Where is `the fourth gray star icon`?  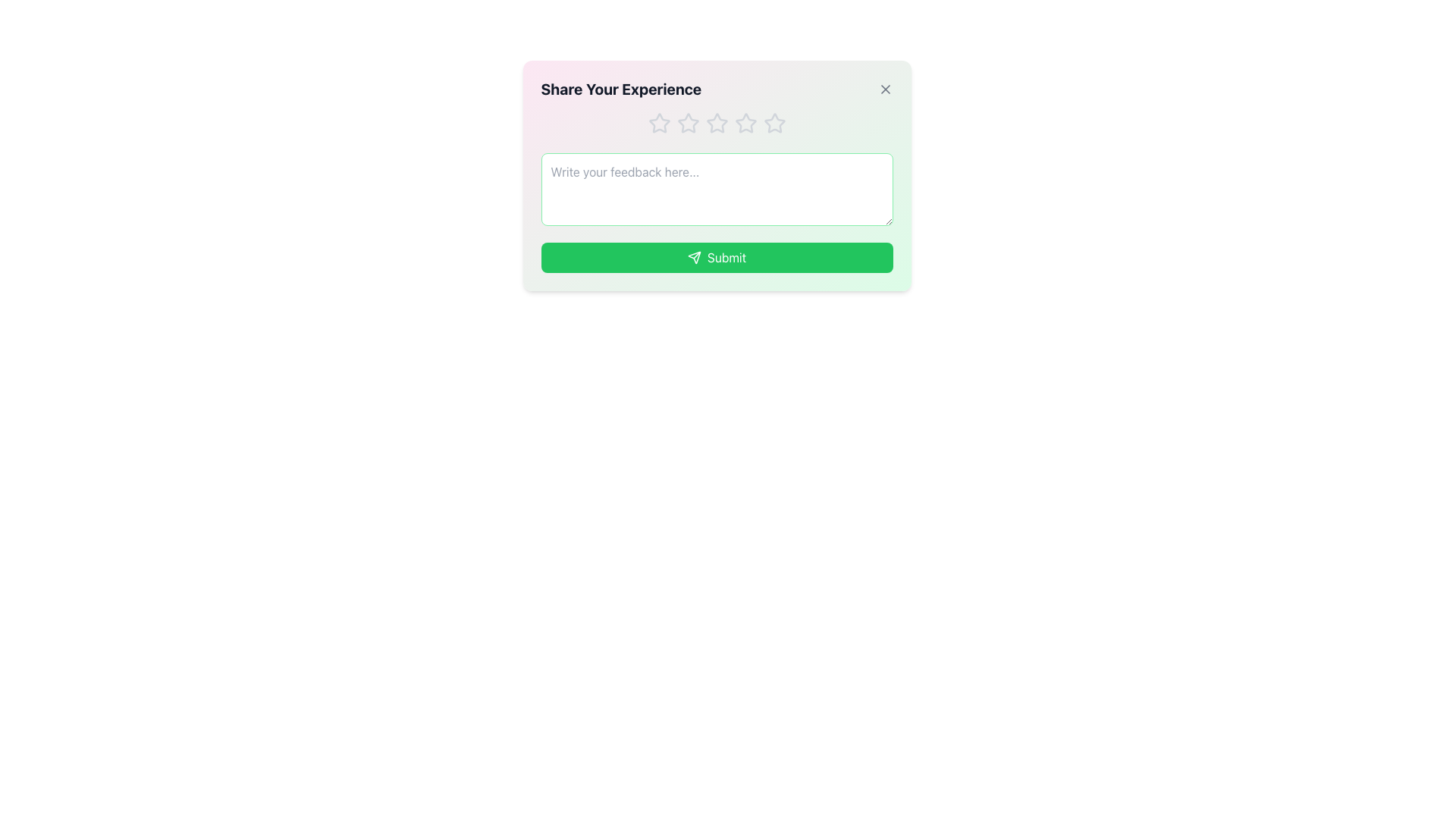
the fourth gray star icon is located at coordinates (745, 122).